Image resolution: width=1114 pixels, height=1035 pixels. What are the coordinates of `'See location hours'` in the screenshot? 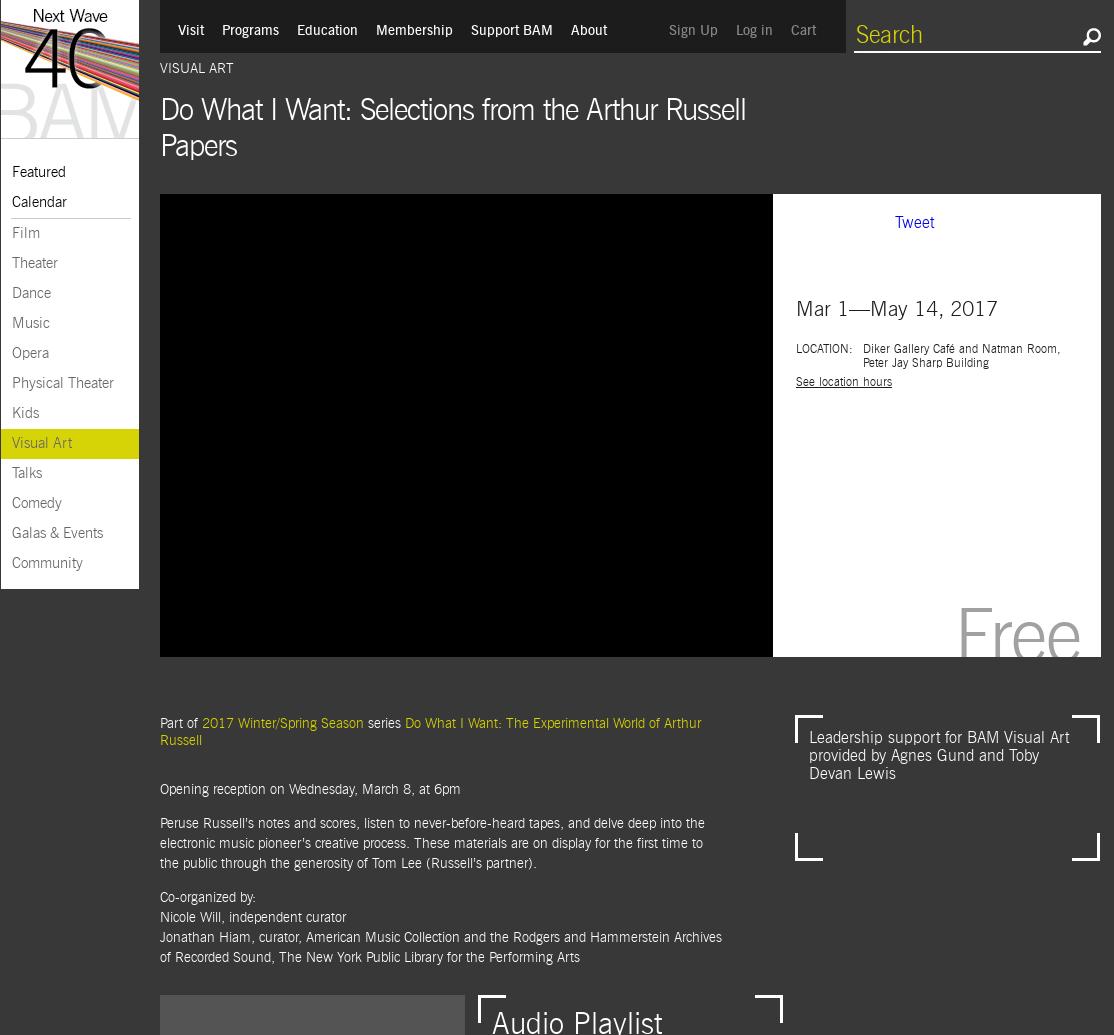 It's located at (842, 382).